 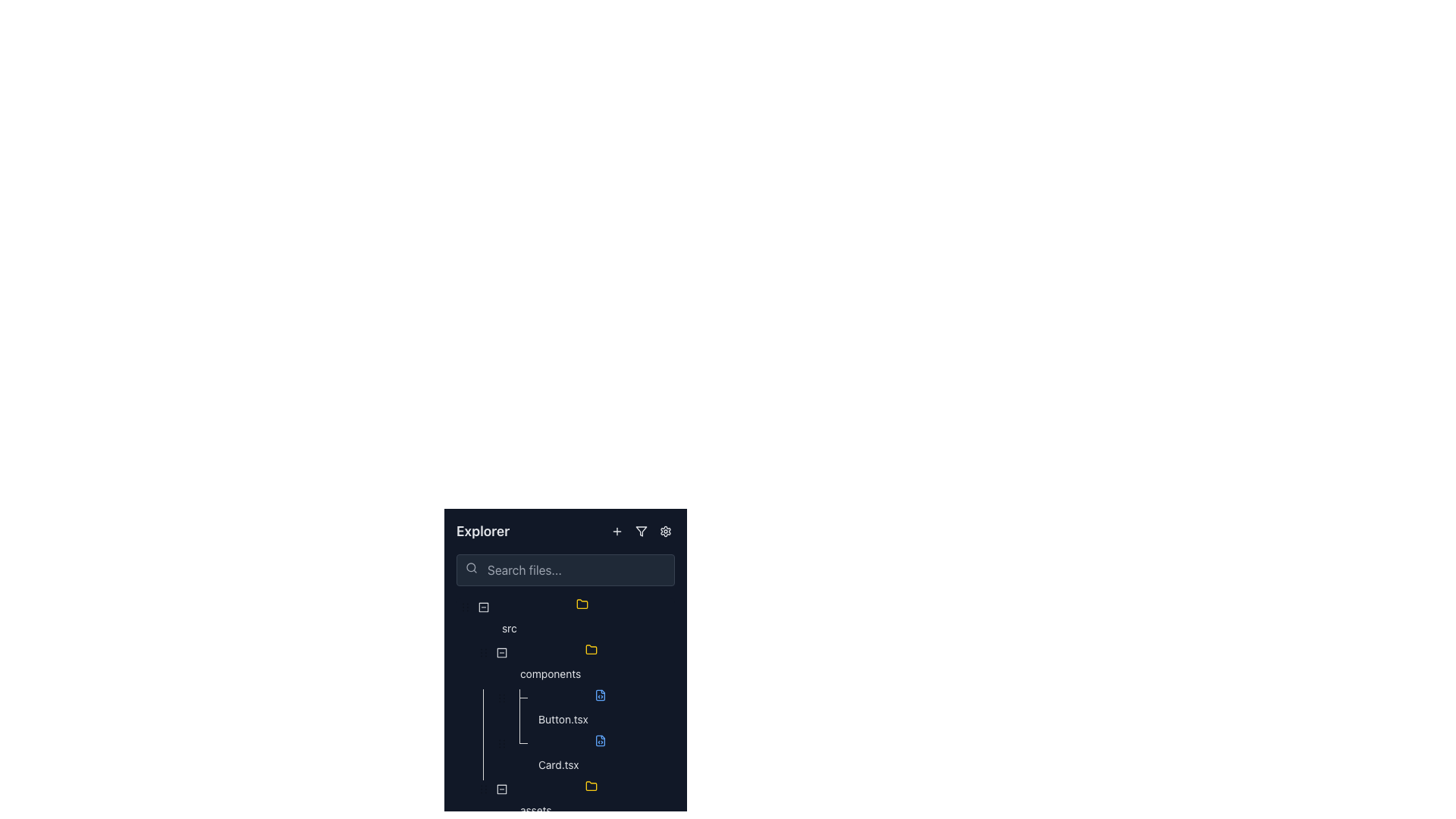 I want to click on the collapse button located in the Explorer panel, which is aligned with the first entry labeled 'src', so click(x=483, y=607).